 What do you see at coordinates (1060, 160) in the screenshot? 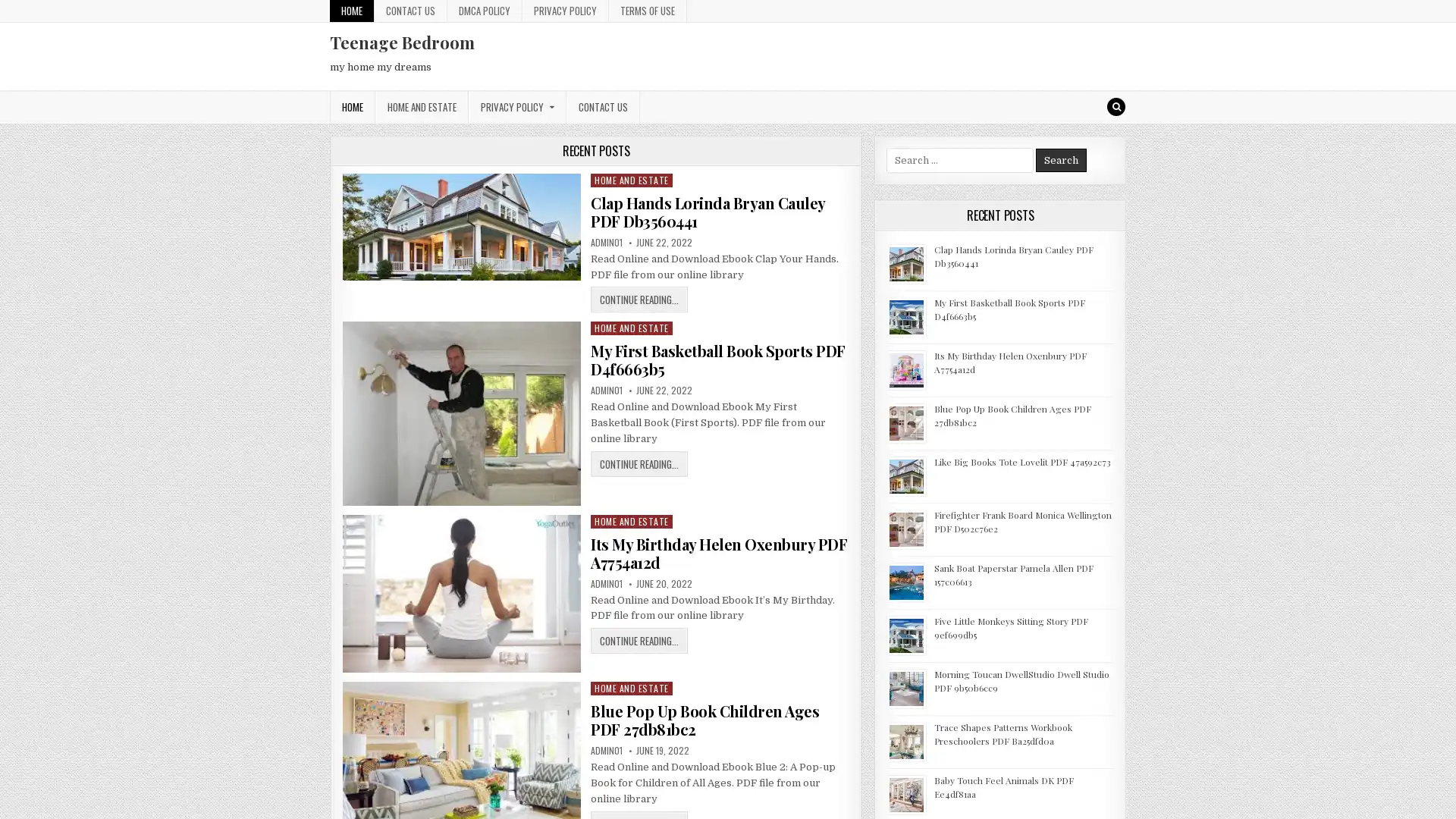
I see `Search` at bounding box center [1060, 160].